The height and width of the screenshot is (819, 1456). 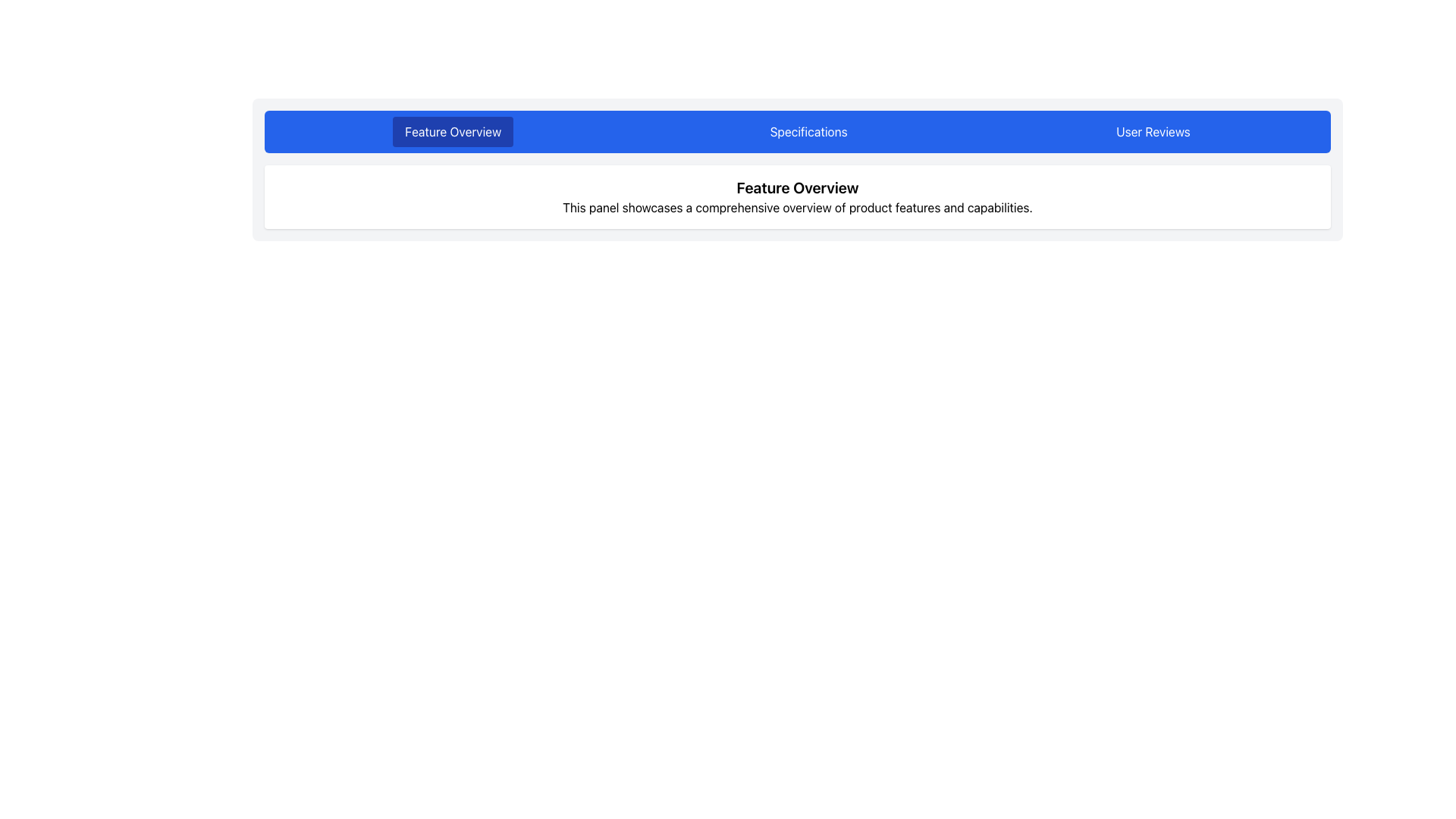 I want to click on text label located below the 'Feature Overview' title, which provides an introduction to the features section of the interface, so click(x=796, y=207).